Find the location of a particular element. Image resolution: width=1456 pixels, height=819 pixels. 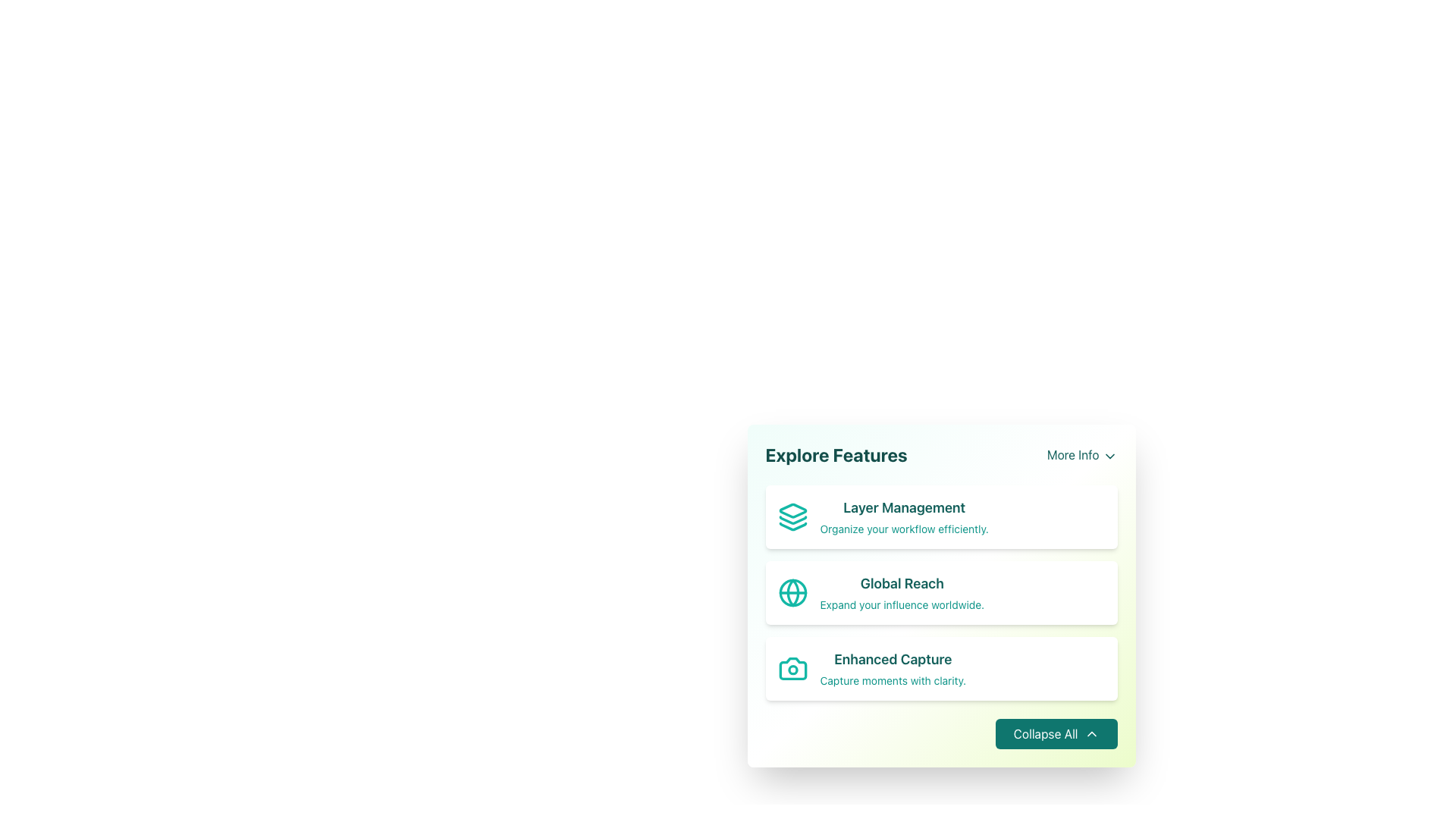

the 'Collapse All' button located at the bottom-right corner of the card-like section is located at coordinates (1055, 733).